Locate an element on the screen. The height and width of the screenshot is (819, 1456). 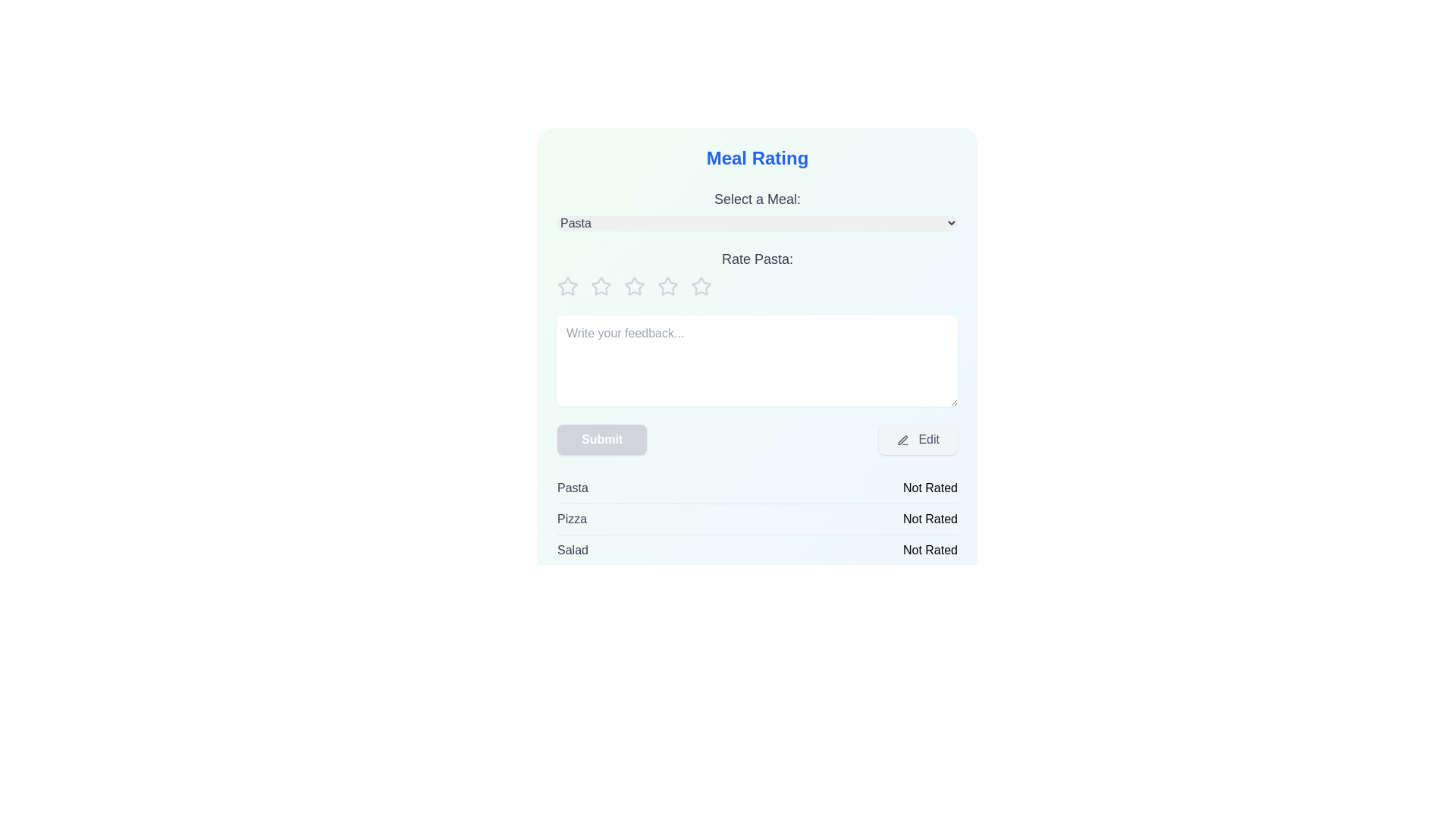
the text label identifying the food item 'Pizza' within the list of meal options is located at coordinates (571, 519).